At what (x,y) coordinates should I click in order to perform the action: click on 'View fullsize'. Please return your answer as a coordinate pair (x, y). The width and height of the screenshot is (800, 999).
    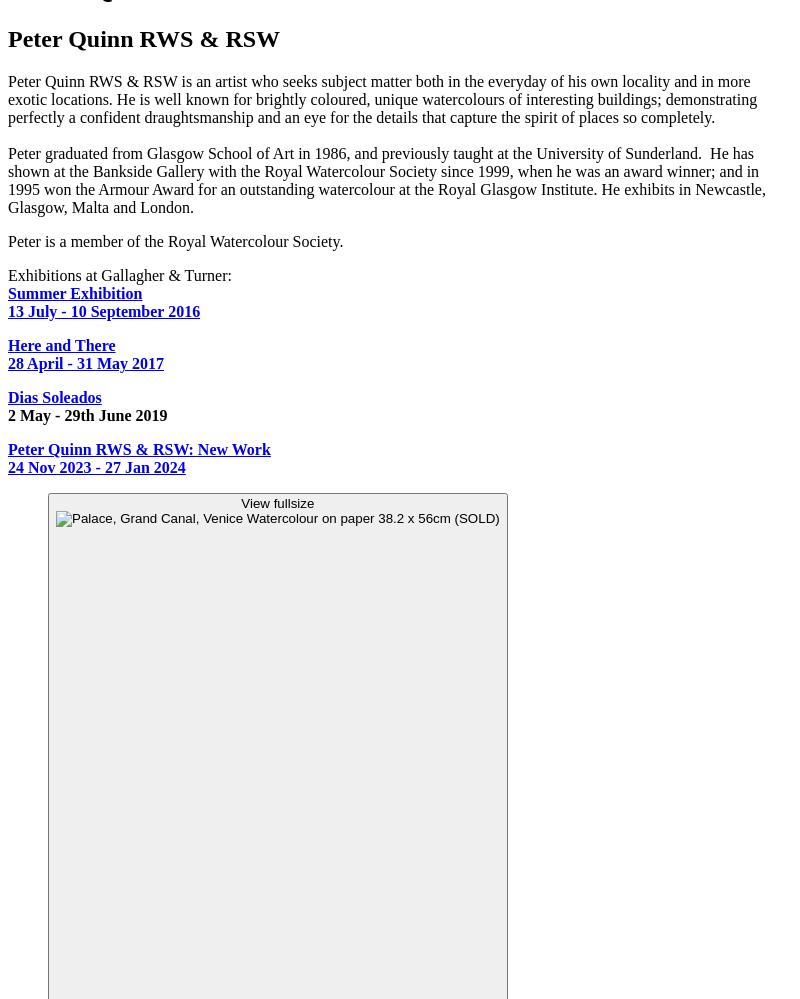
    Looking at the image, I should click on (240, 502).